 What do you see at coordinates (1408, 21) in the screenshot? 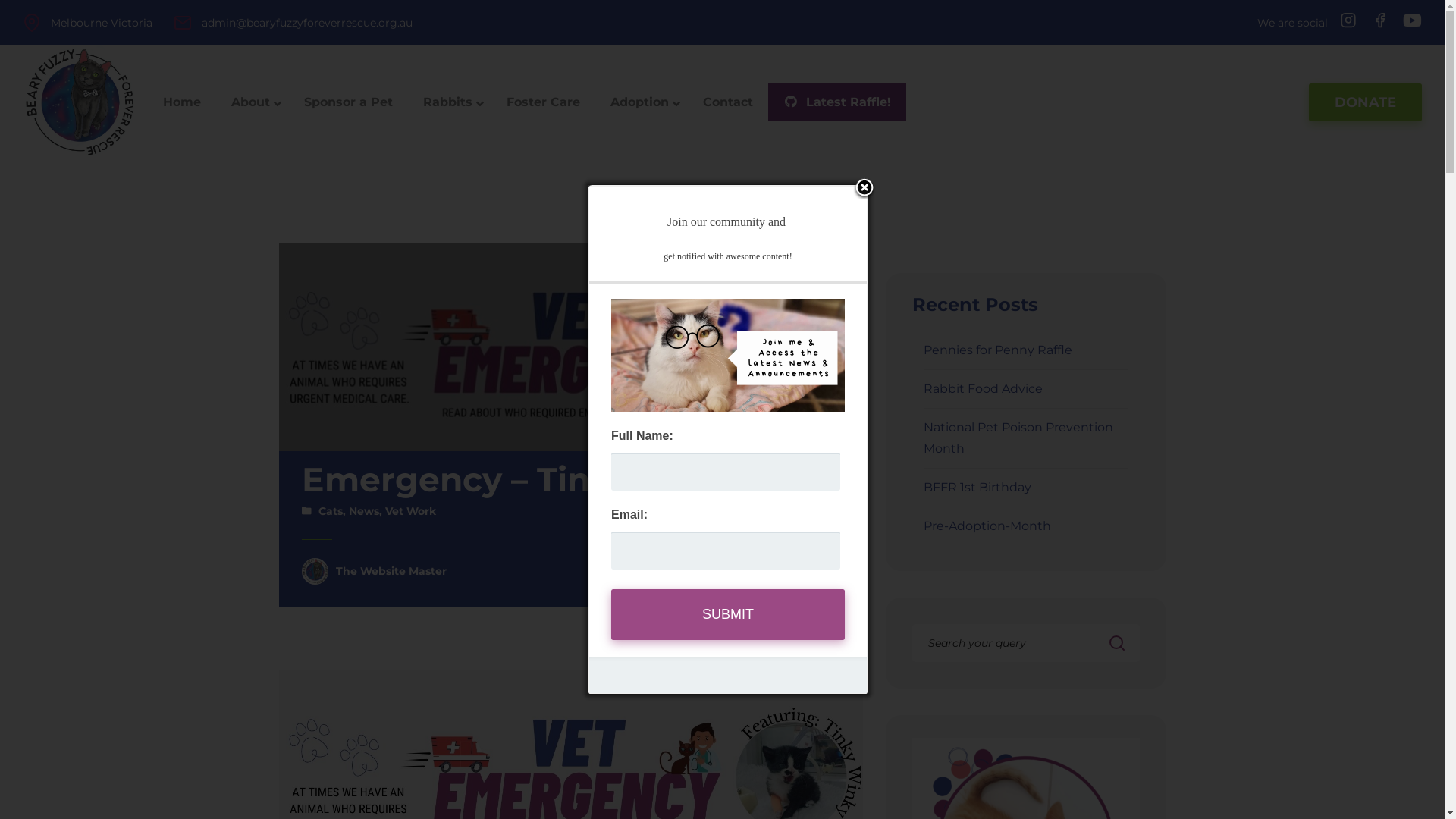
I see `'Youtube'` at bounding box center [1408, 21].